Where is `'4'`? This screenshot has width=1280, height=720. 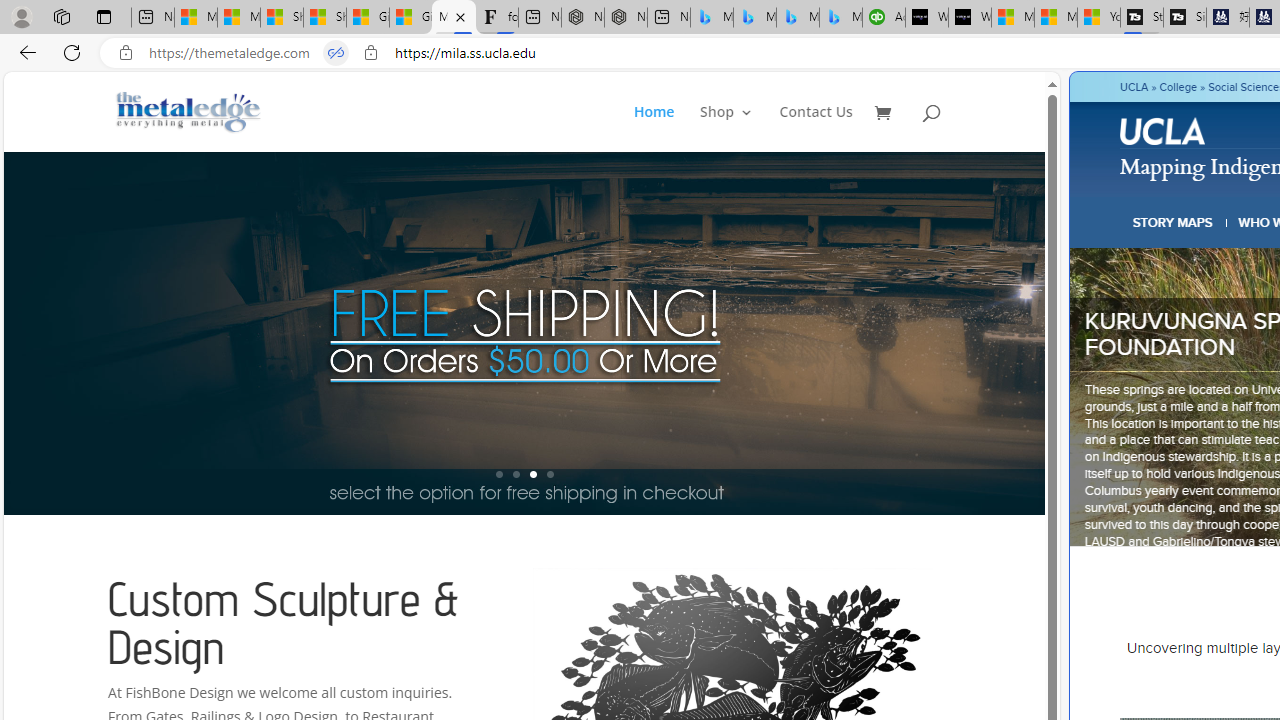 '4' is located at coordinates (550, 474).